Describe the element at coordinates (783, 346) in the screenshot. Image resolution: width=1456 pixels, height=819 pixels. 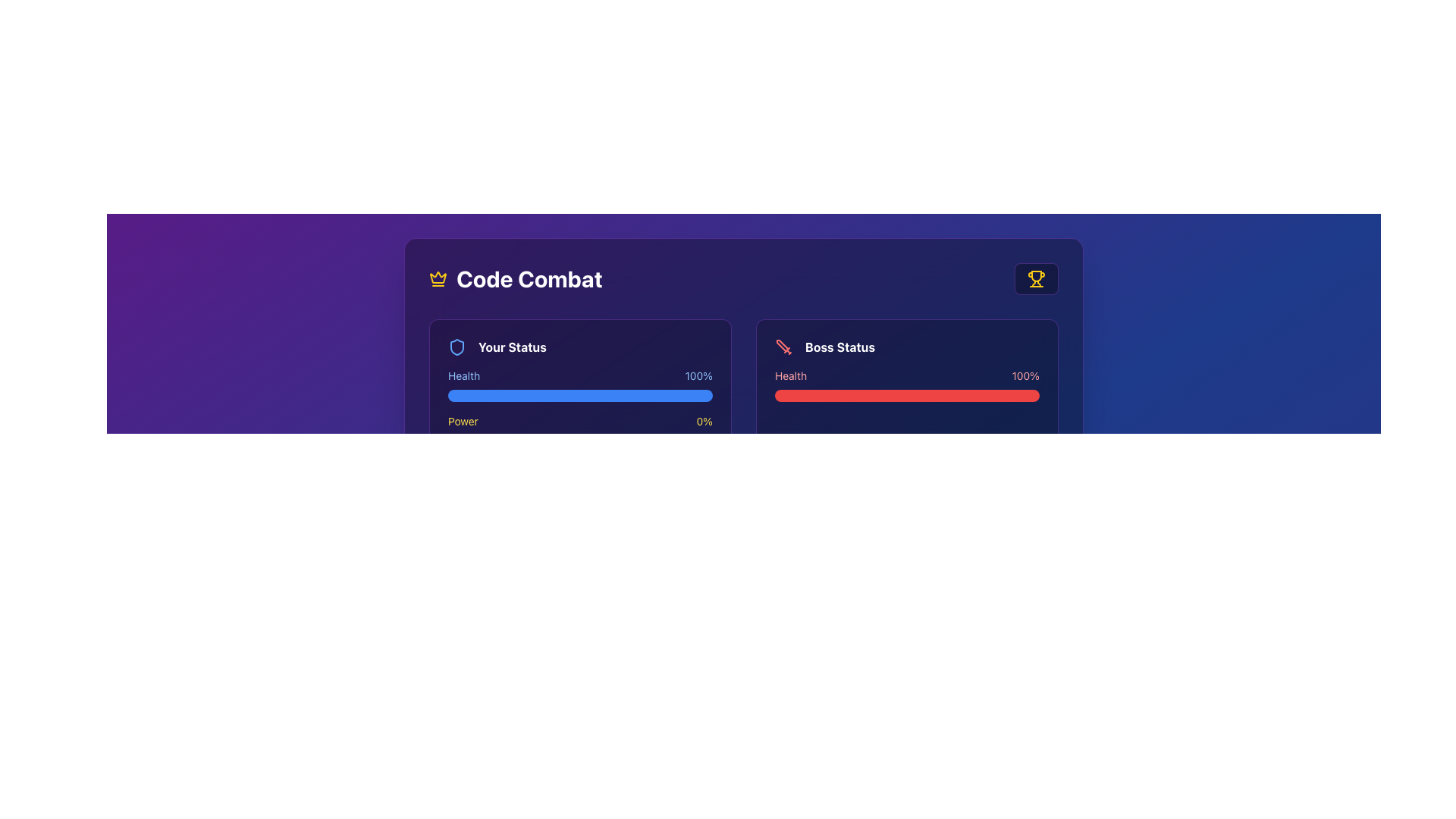
I see `the small triangular SVG vector graphic, which is the leftmost element of the sword-like icon in the top-right corner of the 'Boss Status' card` at that location.